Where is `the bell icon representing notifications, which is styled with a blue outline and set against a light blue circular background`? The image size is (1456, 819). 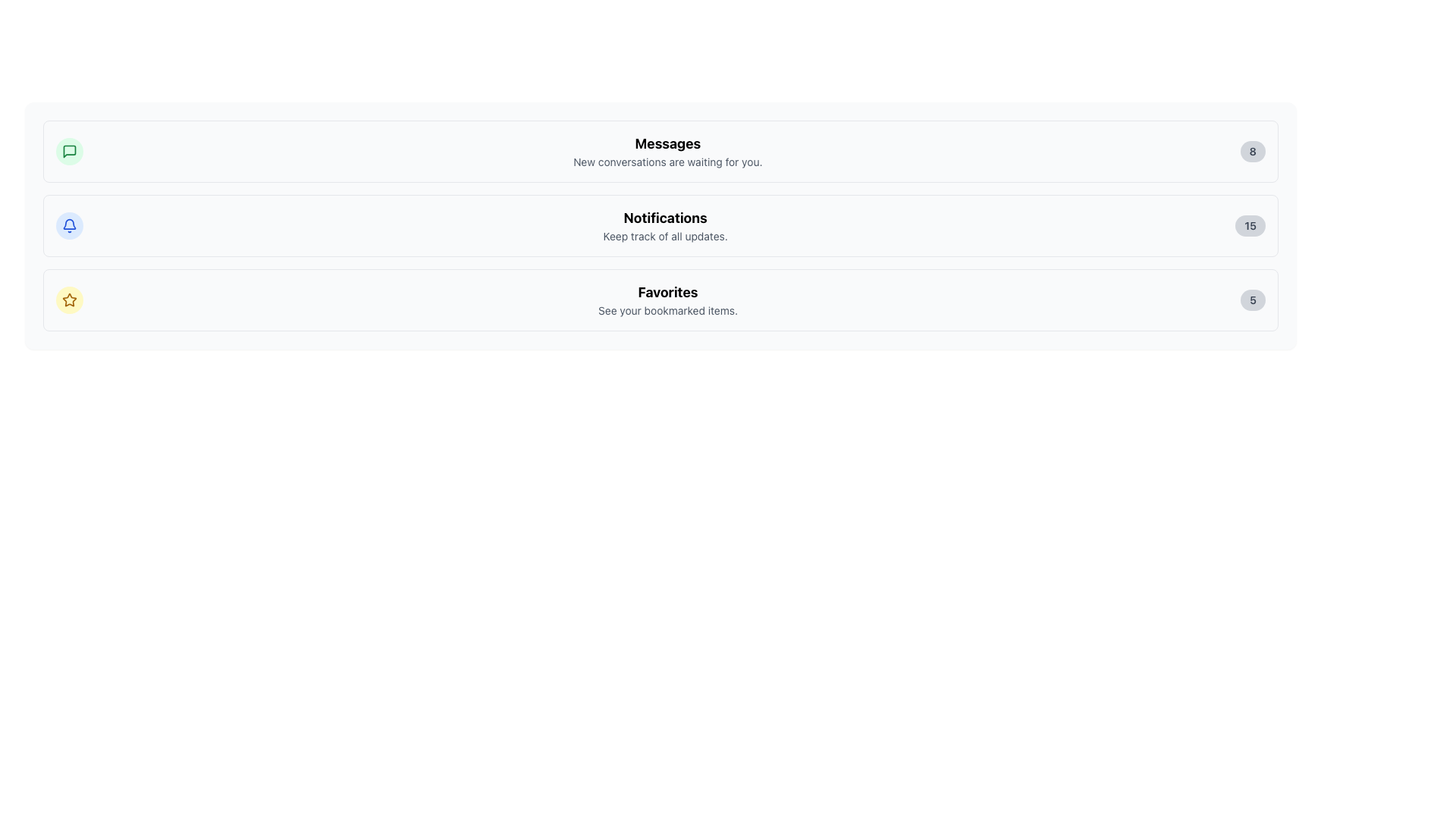 the bell icon representing notifications, which is styled with a blue outline and set against a light blue circular background is located at coordinates (68, 225).